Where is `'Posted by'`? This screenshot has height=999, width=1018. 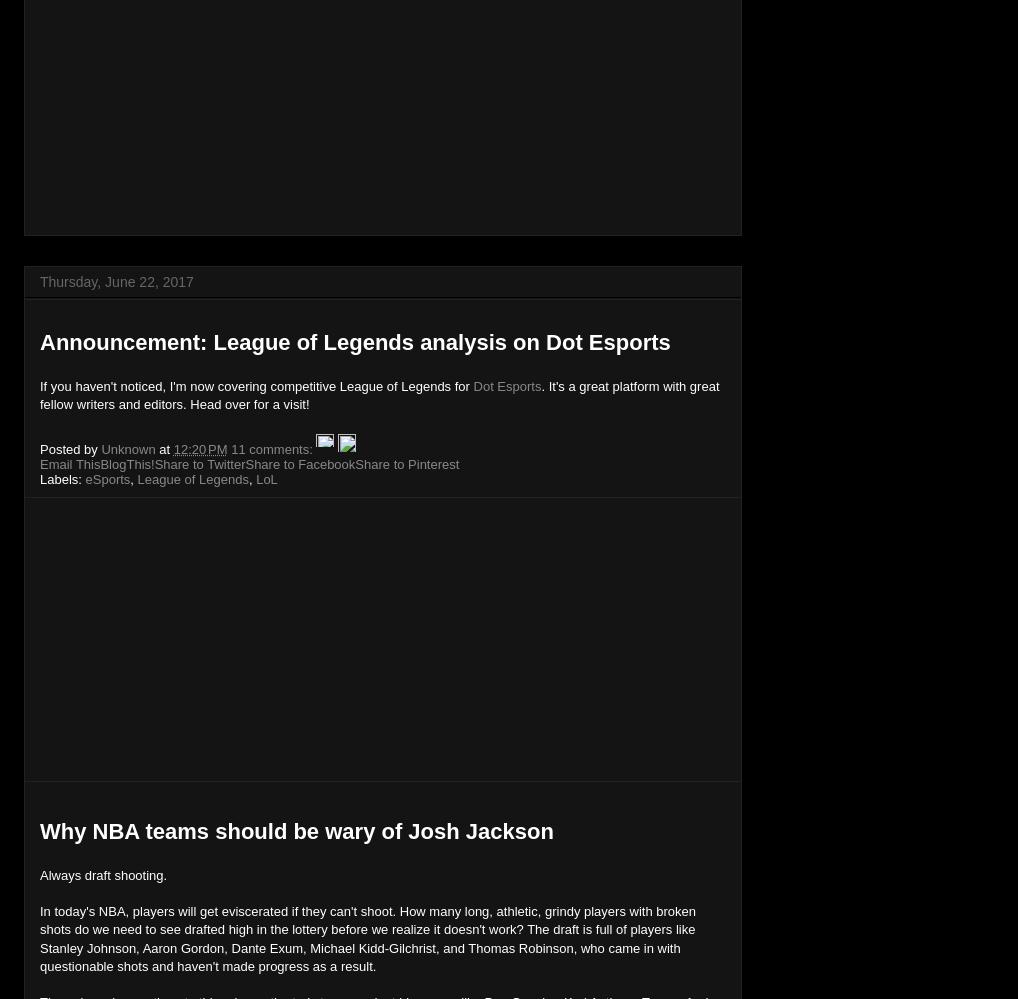
'Posted by' is located at coordinates (70, 448).